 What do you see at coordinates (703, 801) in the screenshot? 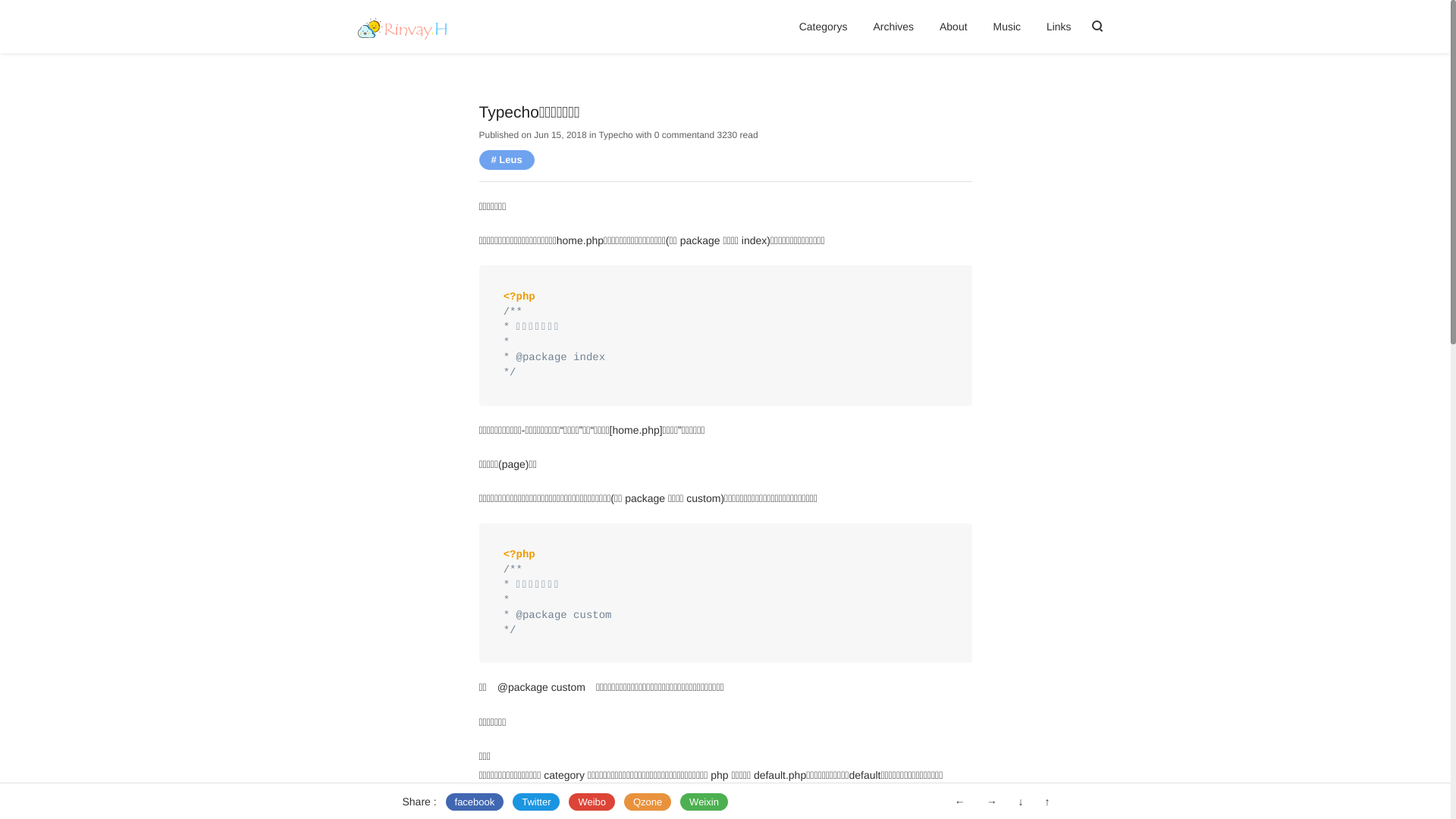
I see `'Weixin'` at bounding box center [703, 801].